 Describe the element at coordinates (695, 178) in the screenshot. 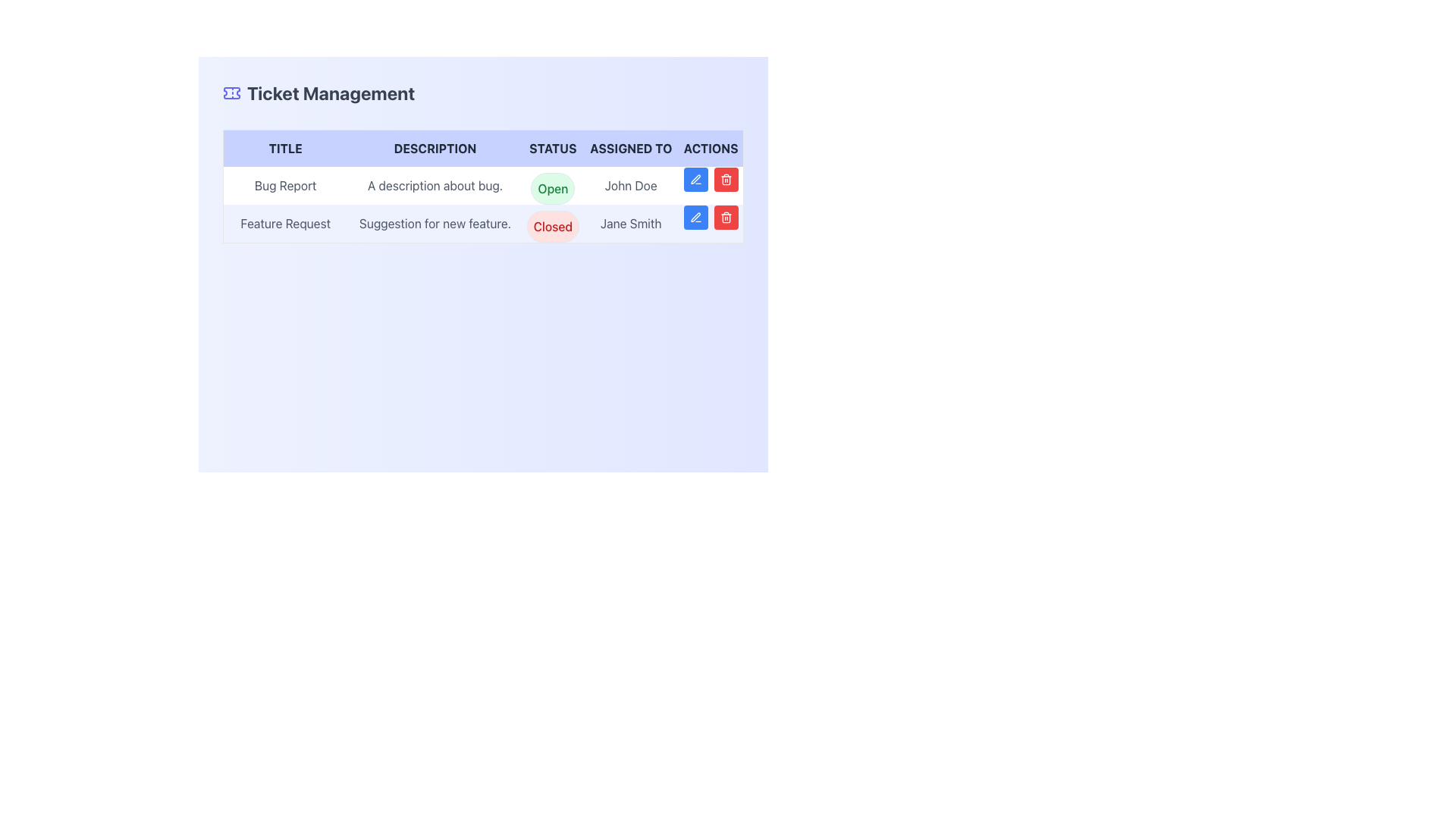

I see `the edit icon button located in the second row of the 'Actions' column in the ticket management table` at that location.